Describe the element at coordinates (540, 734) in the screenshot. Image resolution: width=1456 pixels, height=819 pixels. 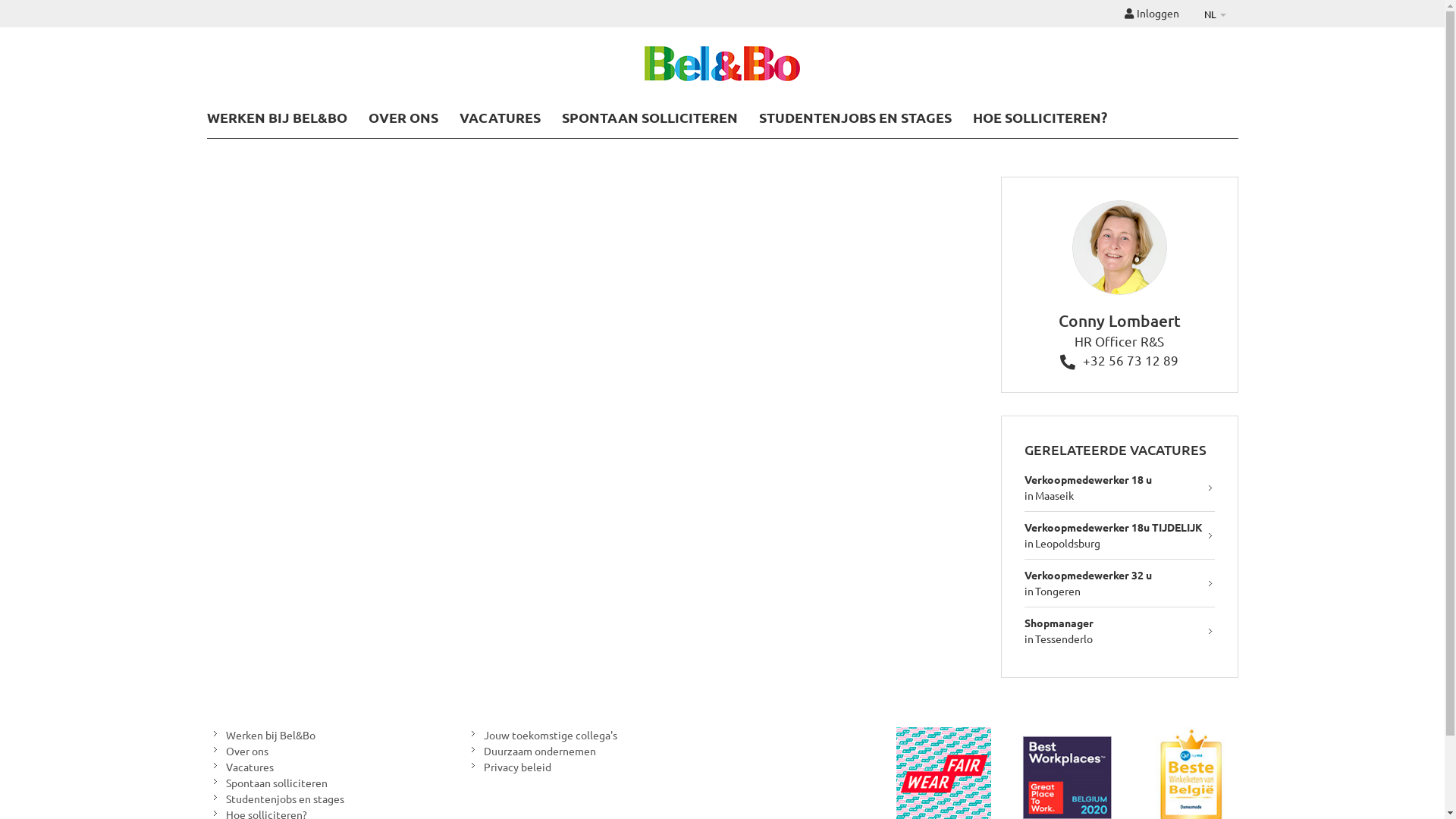
I see `'Jouw toekomstige collega's'` at that location.